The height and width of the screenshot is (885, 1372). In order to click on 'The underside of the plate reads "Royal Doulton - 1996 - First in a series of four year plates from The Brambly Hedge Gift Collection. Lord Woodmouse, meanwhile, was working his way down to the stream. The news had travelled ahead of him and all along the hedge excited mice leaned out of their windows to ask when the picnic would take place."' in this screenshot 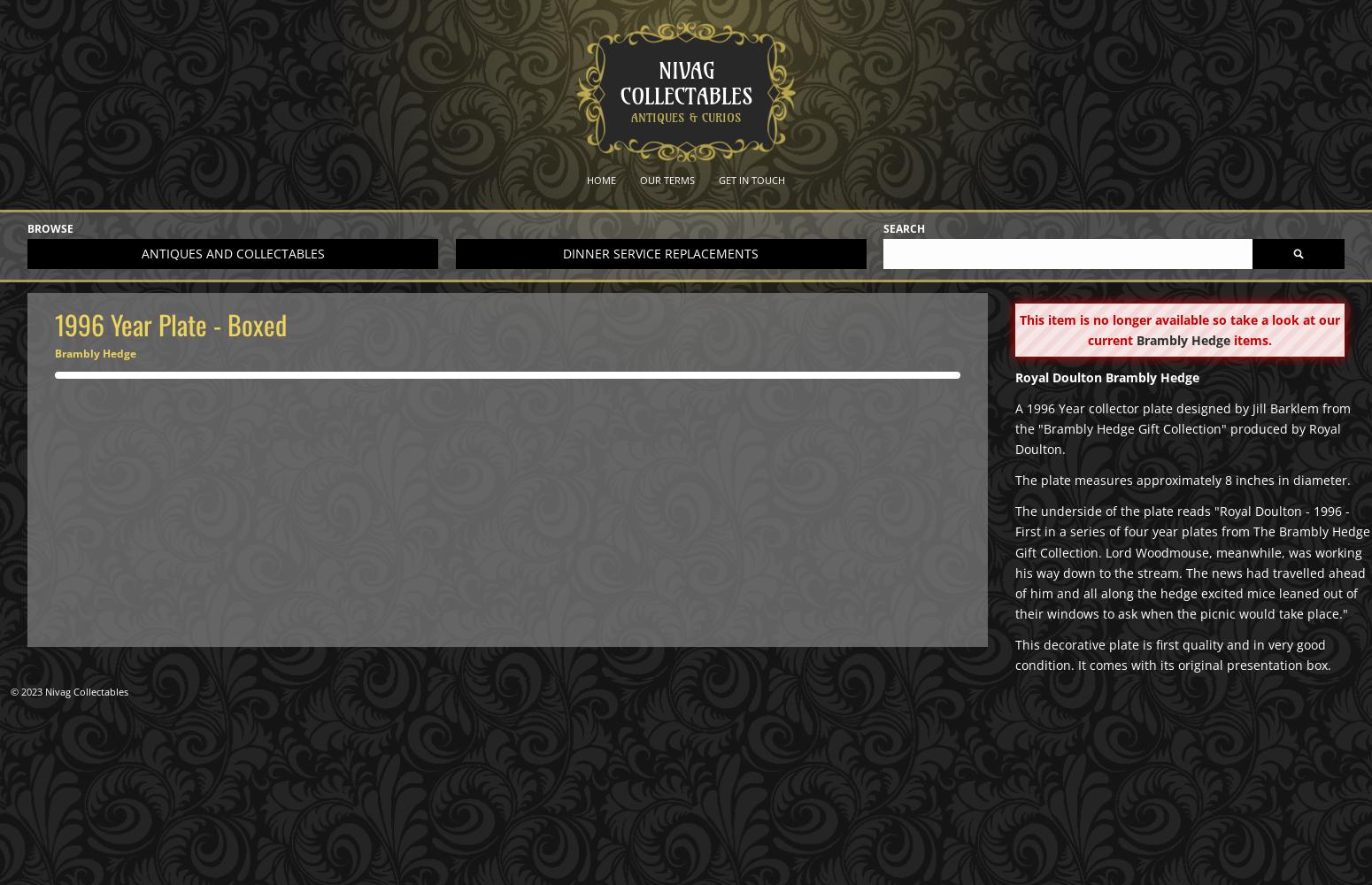, I will do `click(1192, 562)`.